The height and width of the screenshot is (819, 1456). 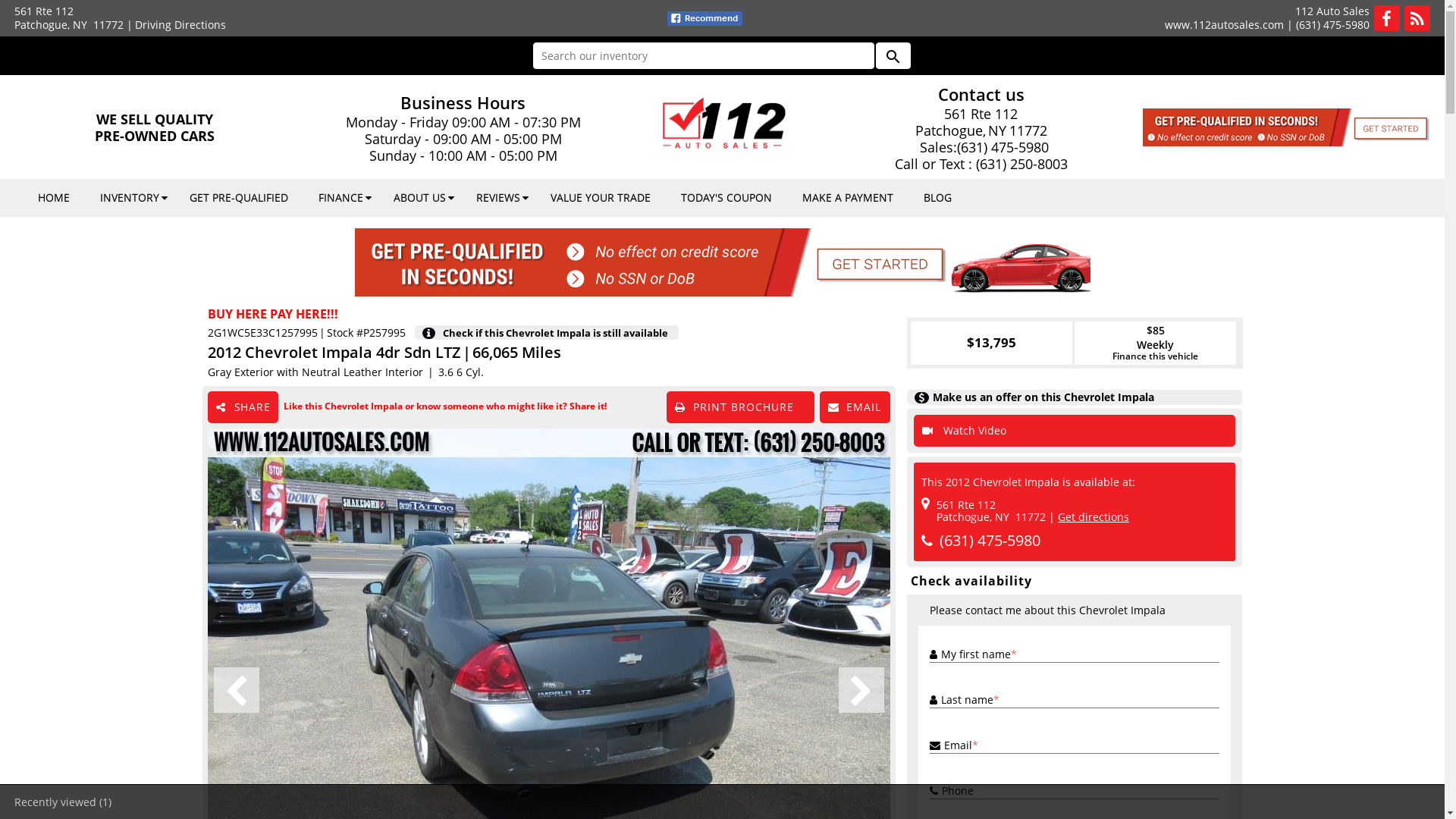 I want to click on 'GET PRE-QUALIFIED', so click(x=238, y=197).